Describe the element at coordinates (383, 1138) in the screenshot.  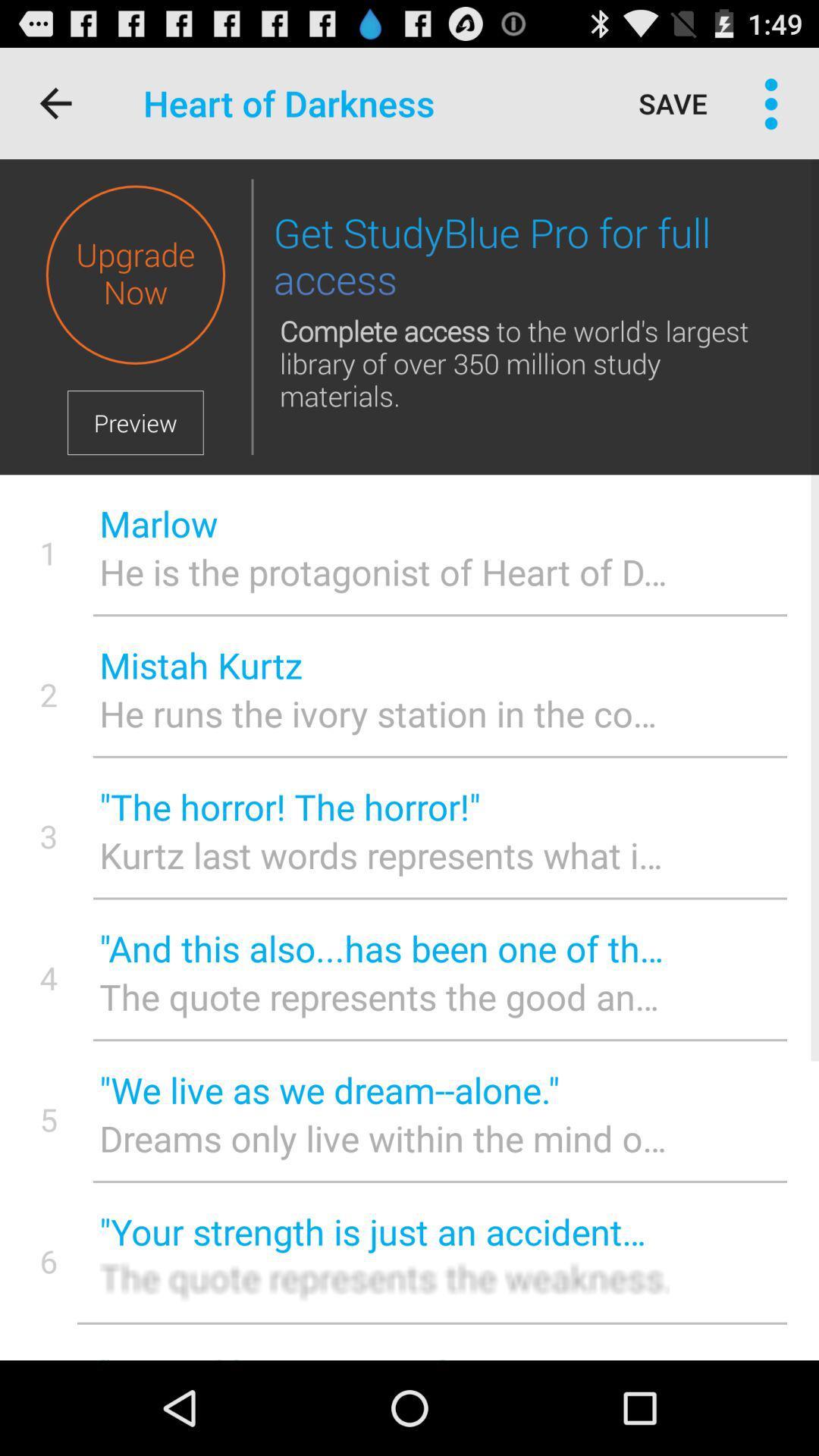
I see `the item below we live as item` at that location.